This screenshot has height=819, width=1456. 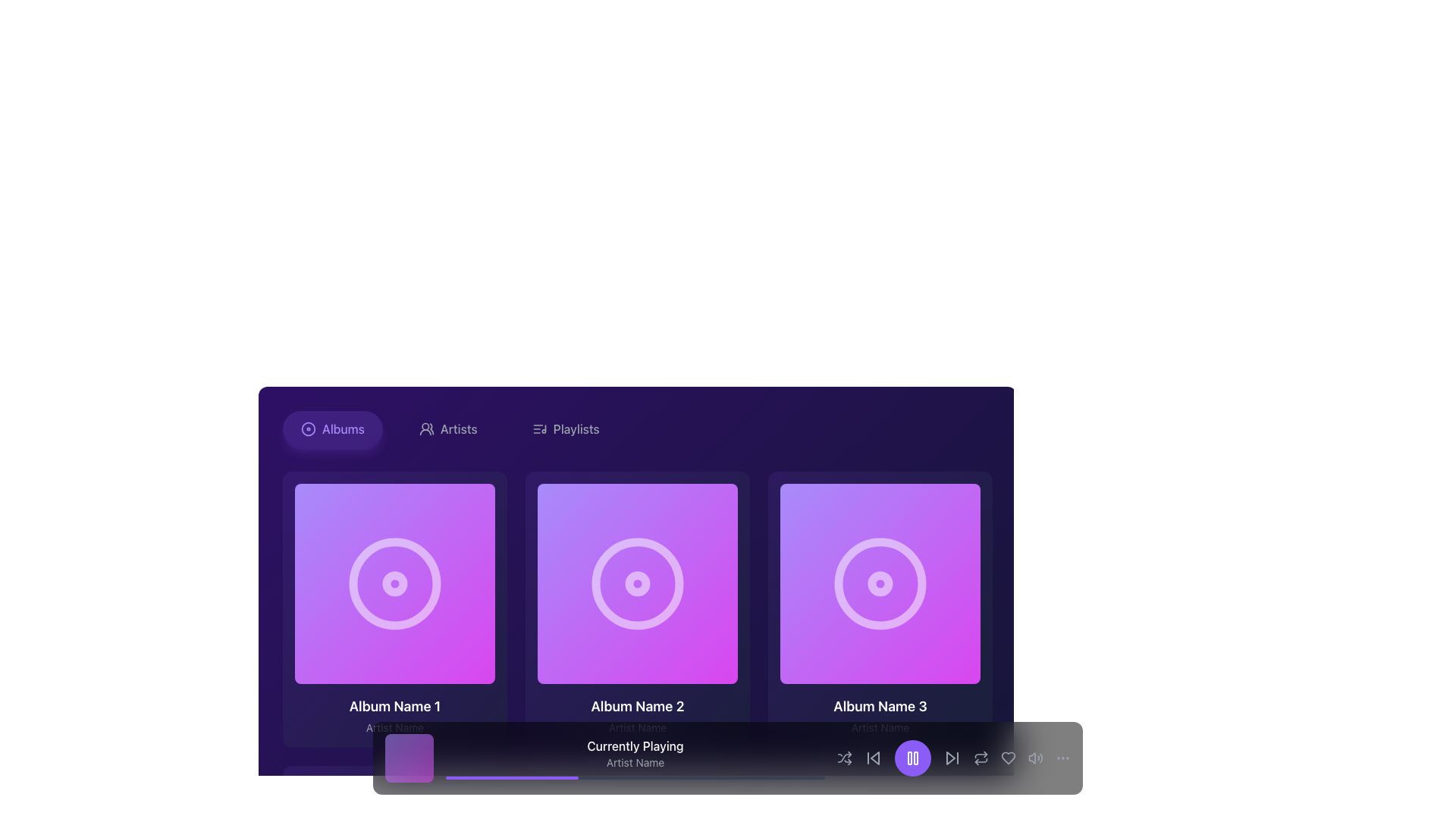 What do you see at coordinates (880, 583) in the screenshot?
I see `the circular icon located at the center of the last album card in the grid, which has a minimalistic design with a gradient background` at bounding box center [880, 583].